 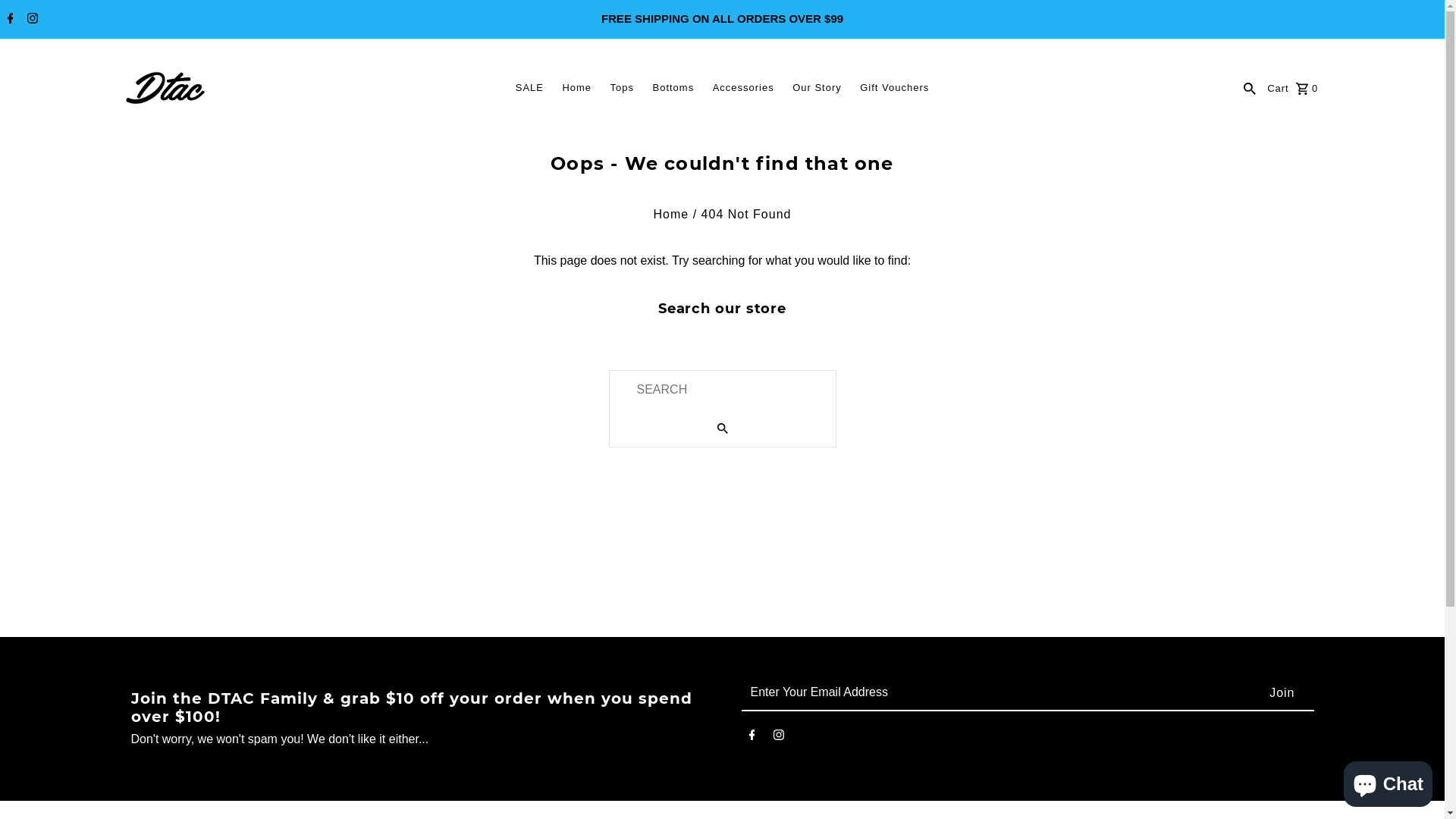 What do you see at coordinates (529, 87) in the screenshot?
I see `'SALE'` at bounding box center [529, 87].